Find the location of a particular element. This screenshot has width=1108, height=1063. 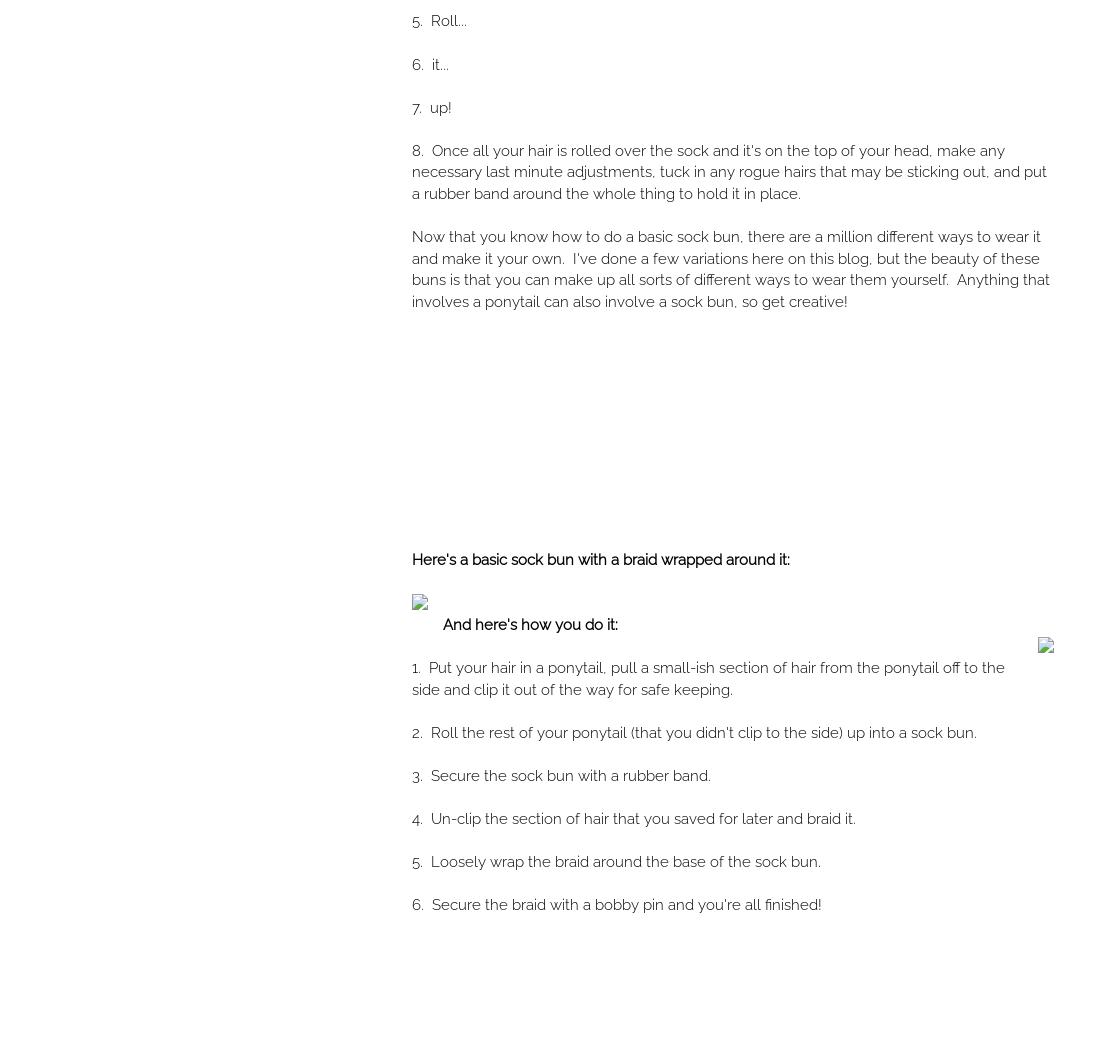

'2.  Roll the rest of your ponytail (that you didn't clip to the side) up into a sock bun.' is located at coordinates (693, 730).